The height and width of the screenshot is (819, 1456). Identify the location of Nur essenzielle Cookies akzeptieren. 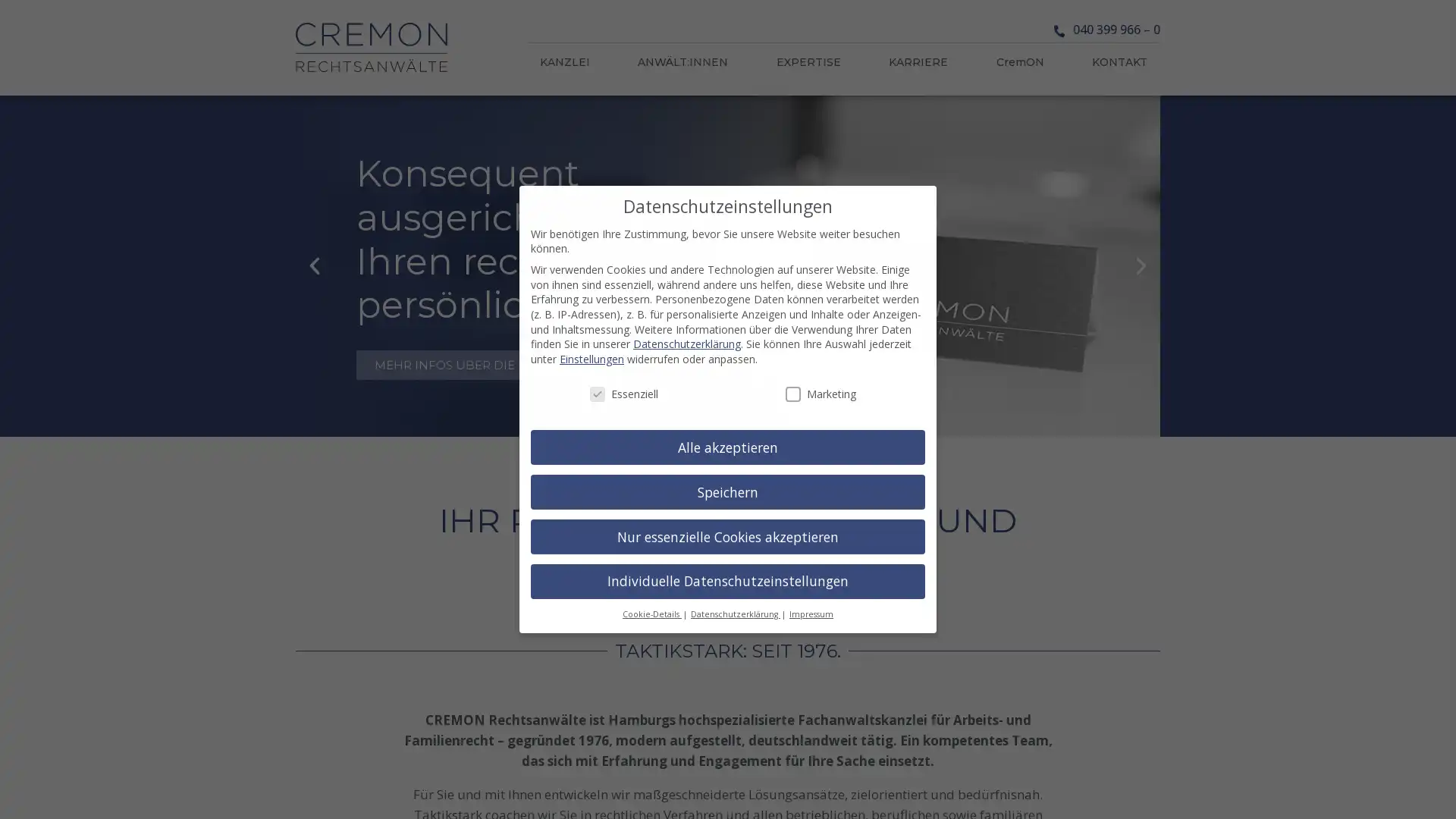
(728, 536).